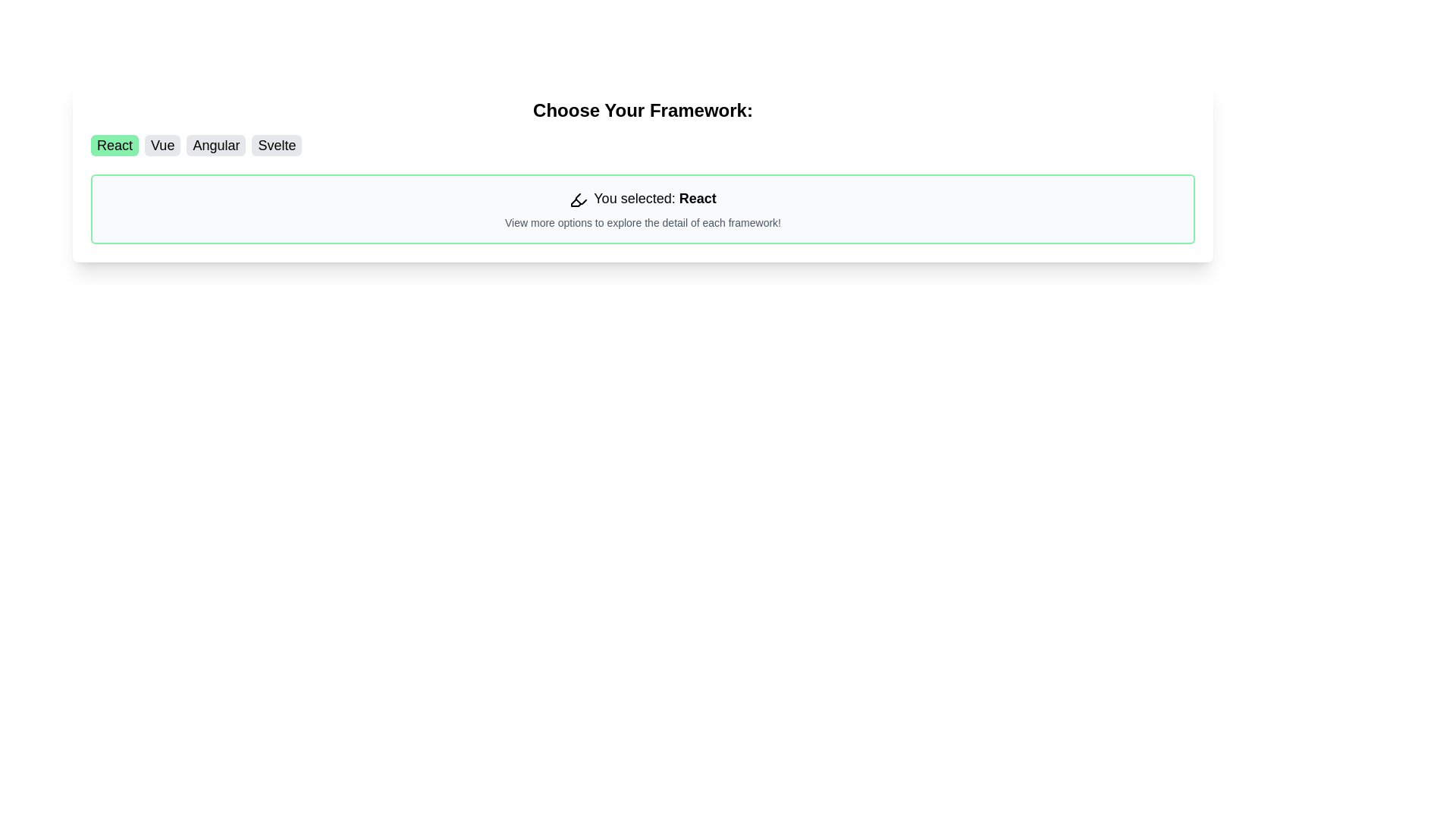  I want to click on the rounded rectangular button labeled 'Angular', so click(215, 146).